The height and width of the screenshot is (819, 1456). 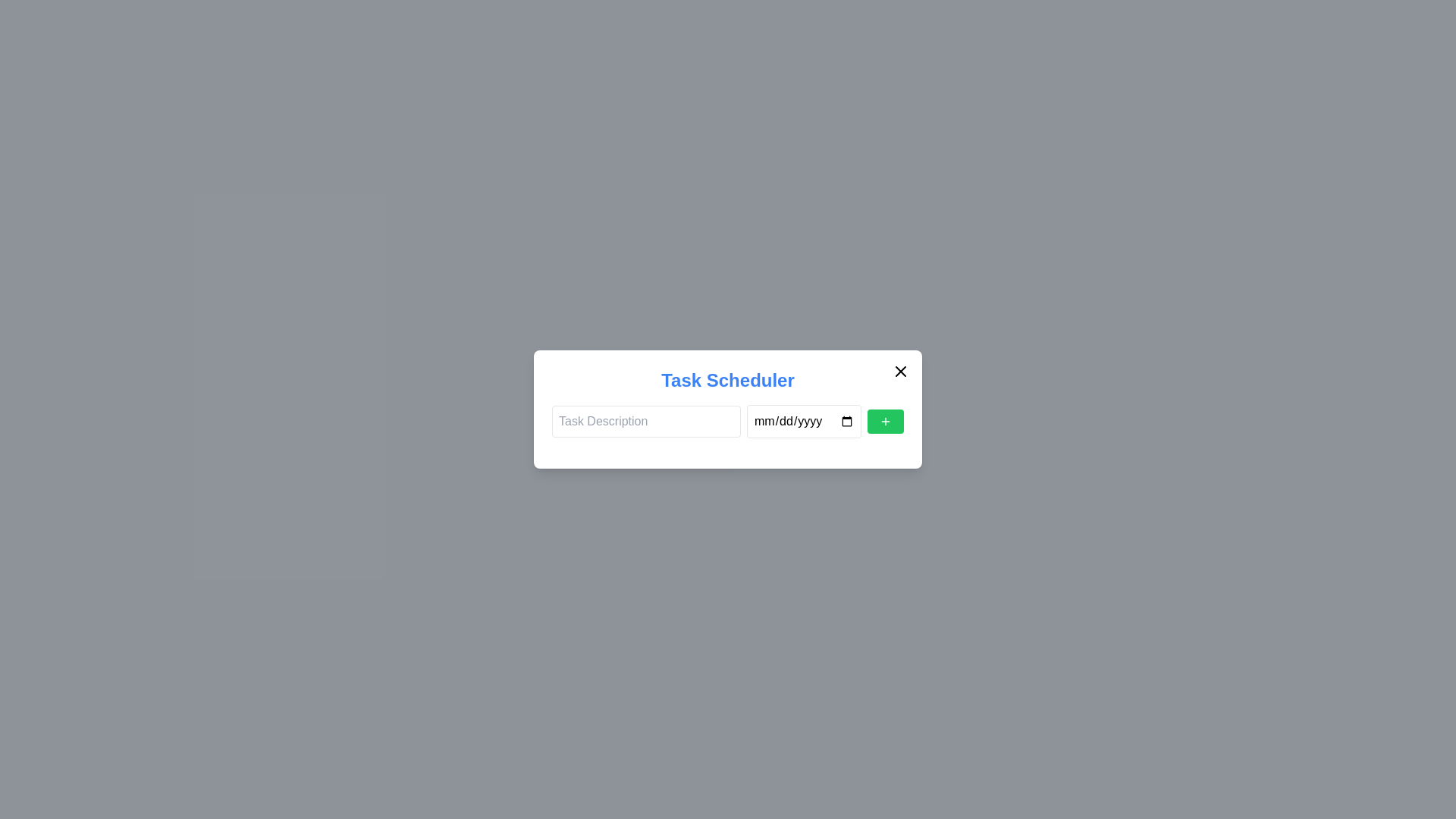 What do you see at coordinates (885, 421) in the screenshot?
I see `the green button with a '+' symbol located at the far-right of the row in the 'Task Scheduler' modal` at bounding box center [885, 421].